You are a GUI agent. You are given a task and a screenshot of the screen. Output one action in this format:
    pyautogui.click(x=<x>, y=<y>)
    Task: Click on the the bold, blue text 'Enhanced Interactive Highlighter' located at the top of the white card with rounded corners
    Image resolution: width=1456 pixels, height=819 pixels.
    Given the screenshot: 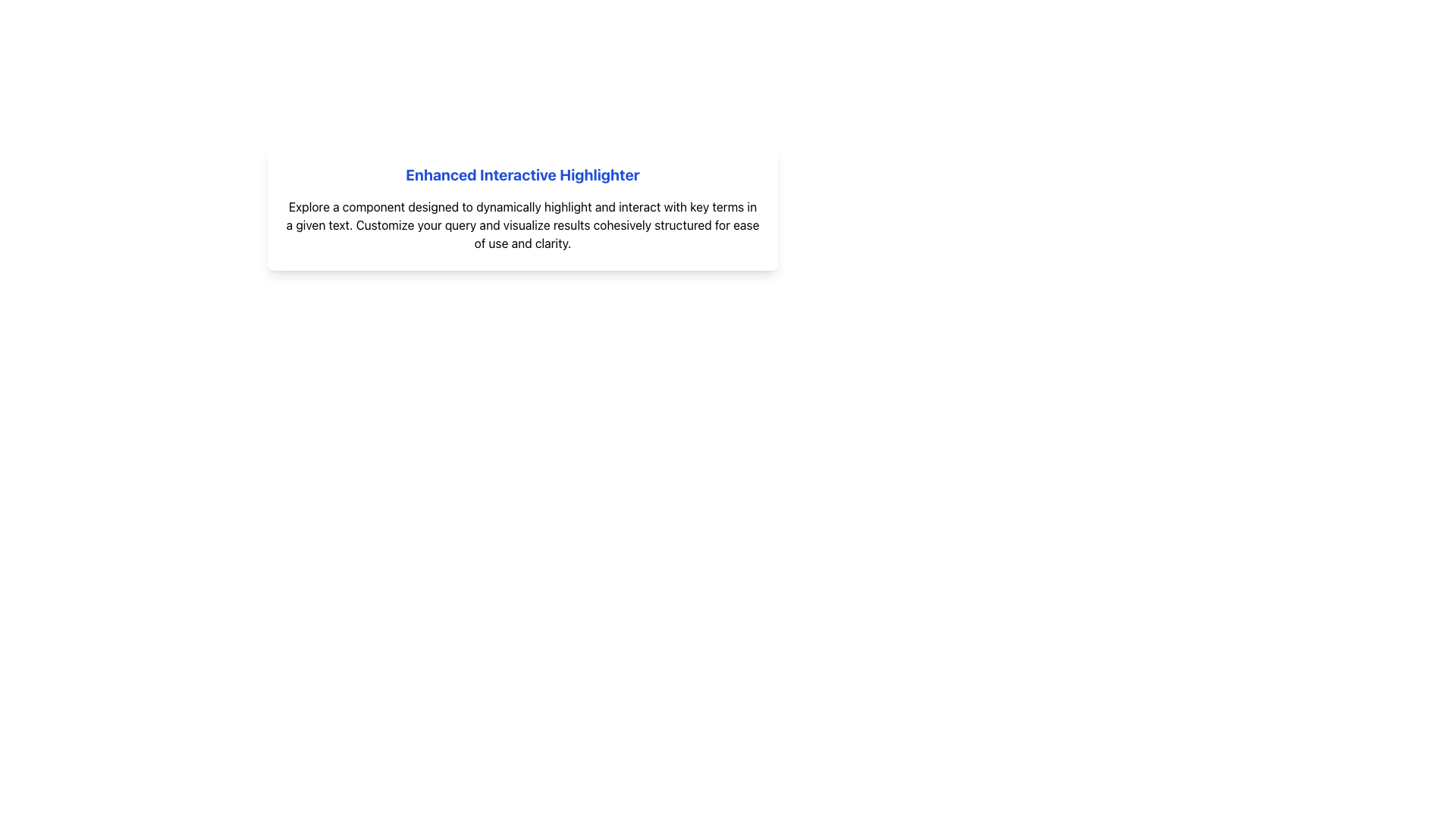 What is the action you would take?
    pyautogui.click(x=522, y=174)
    